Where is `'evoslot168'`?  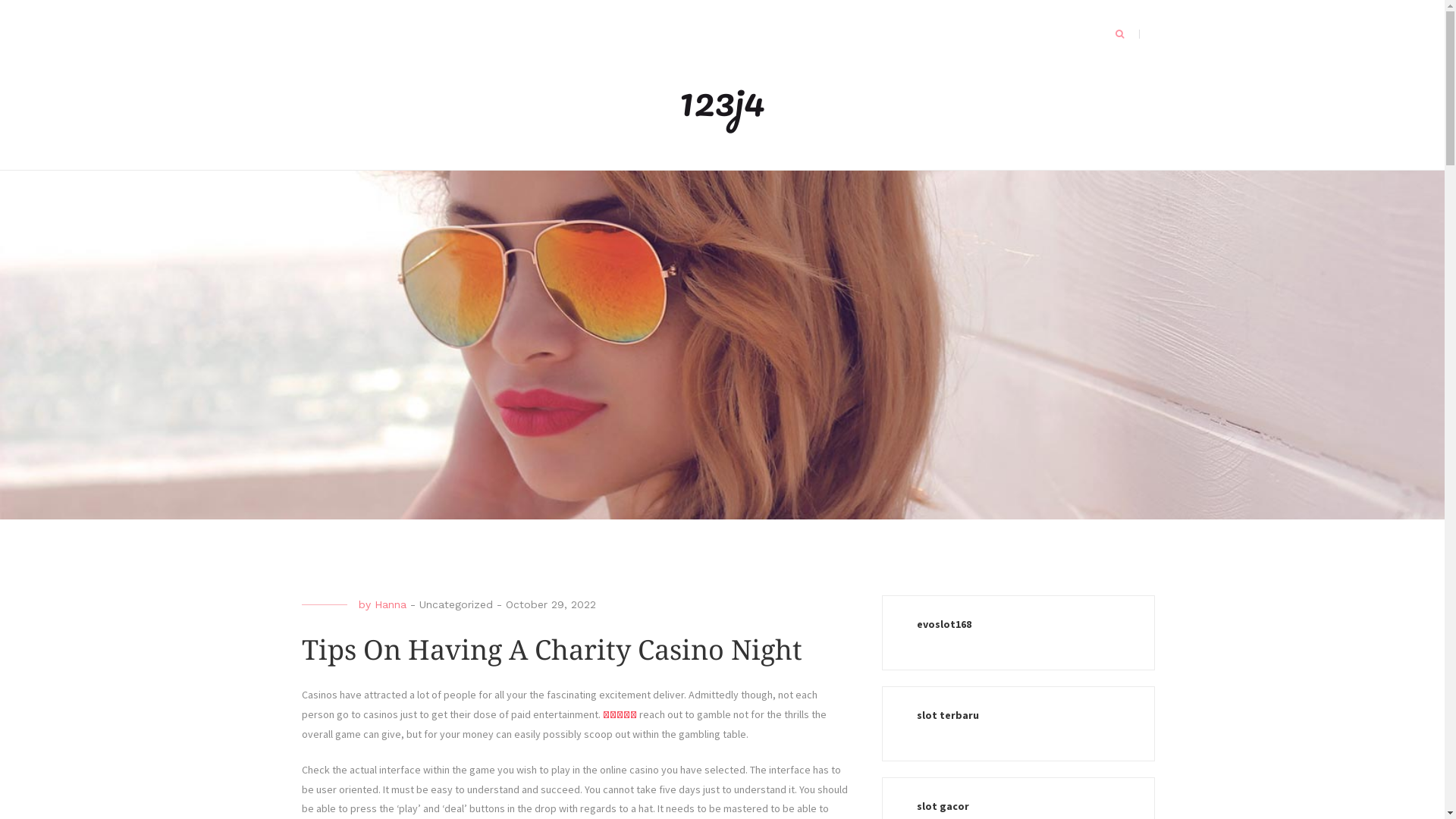 'evoslot168' is located at coordinates (915, 623).